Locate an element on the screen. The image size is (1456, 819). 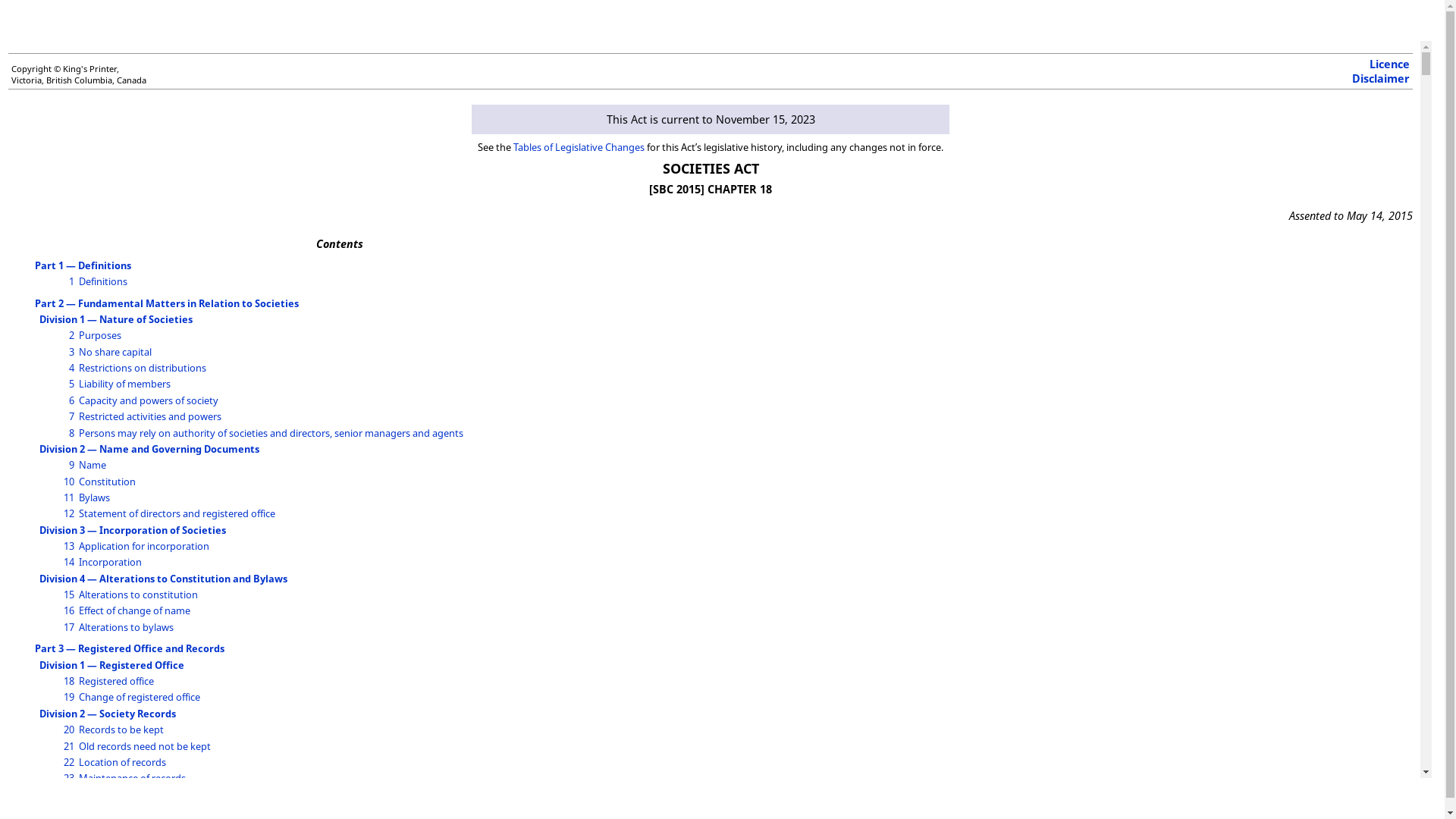
'No share capital' is located at coordinates (115, 351).